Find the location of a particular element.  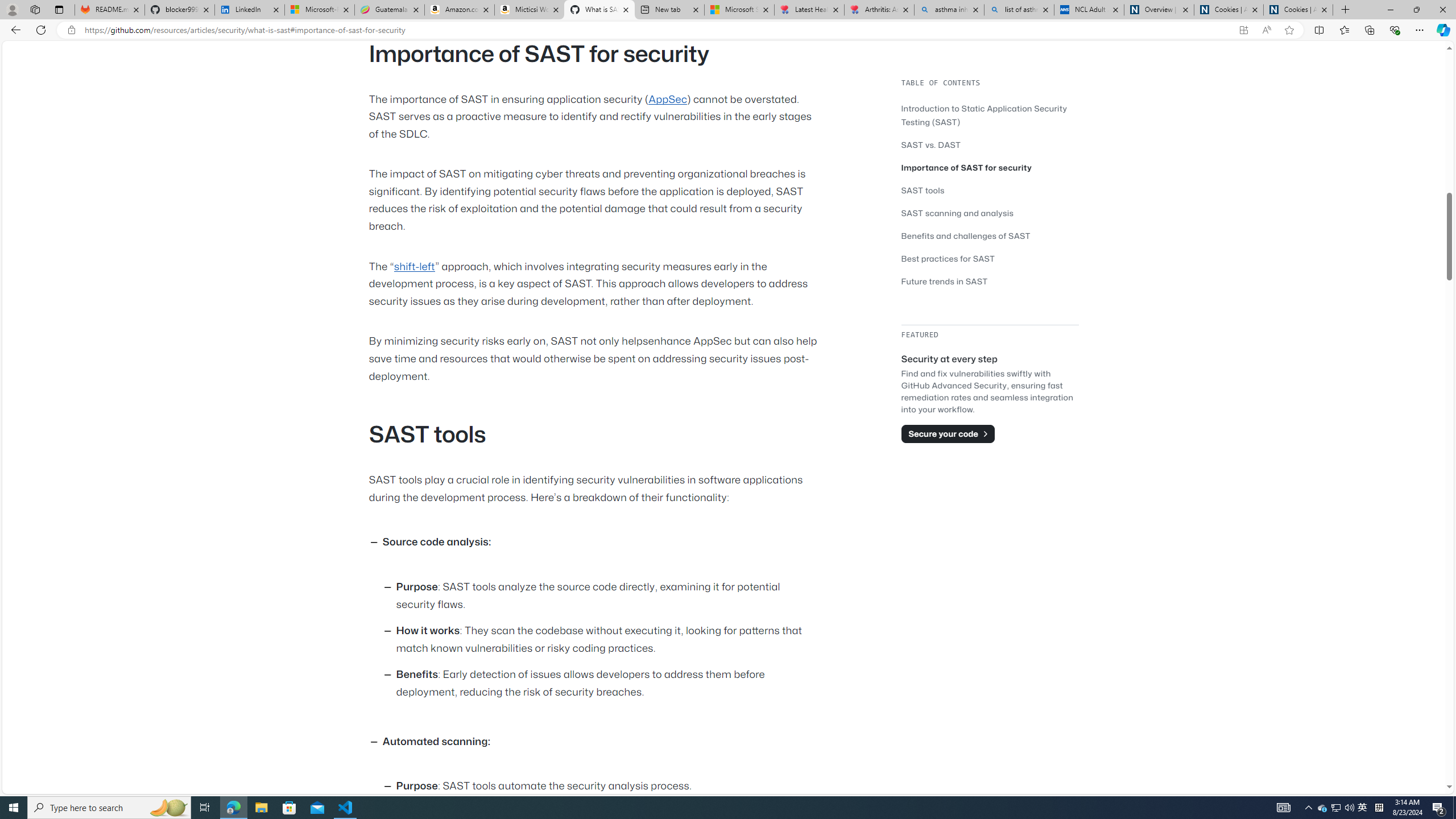

'Introduction to Static Application Security Testing (SAST)' is located at coordinates (983, 115).